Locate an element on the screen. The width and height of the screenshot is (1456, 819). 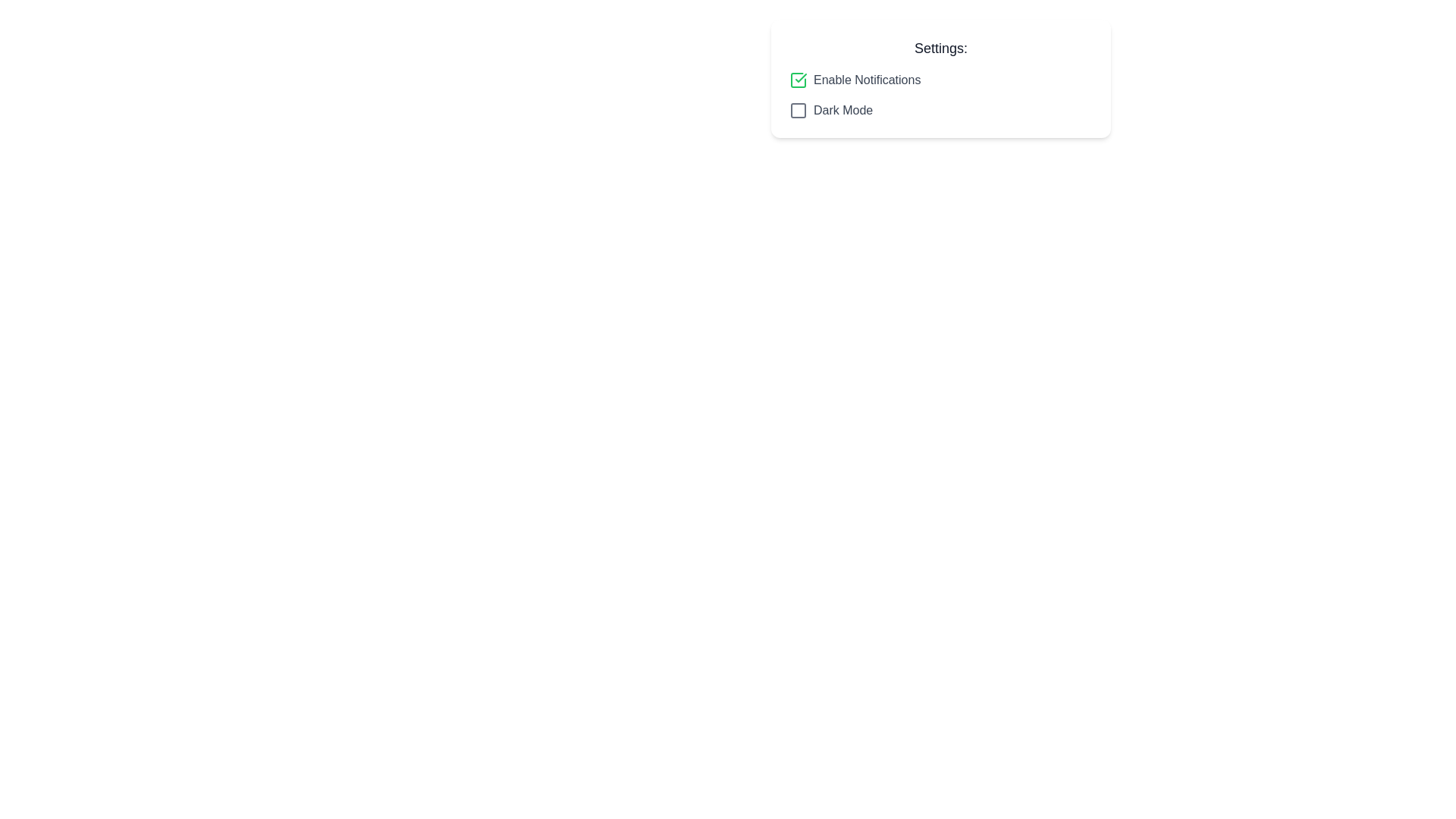
the checkbox for 'Dark Mode' to toggle its state is located at coordinates (797, 110).